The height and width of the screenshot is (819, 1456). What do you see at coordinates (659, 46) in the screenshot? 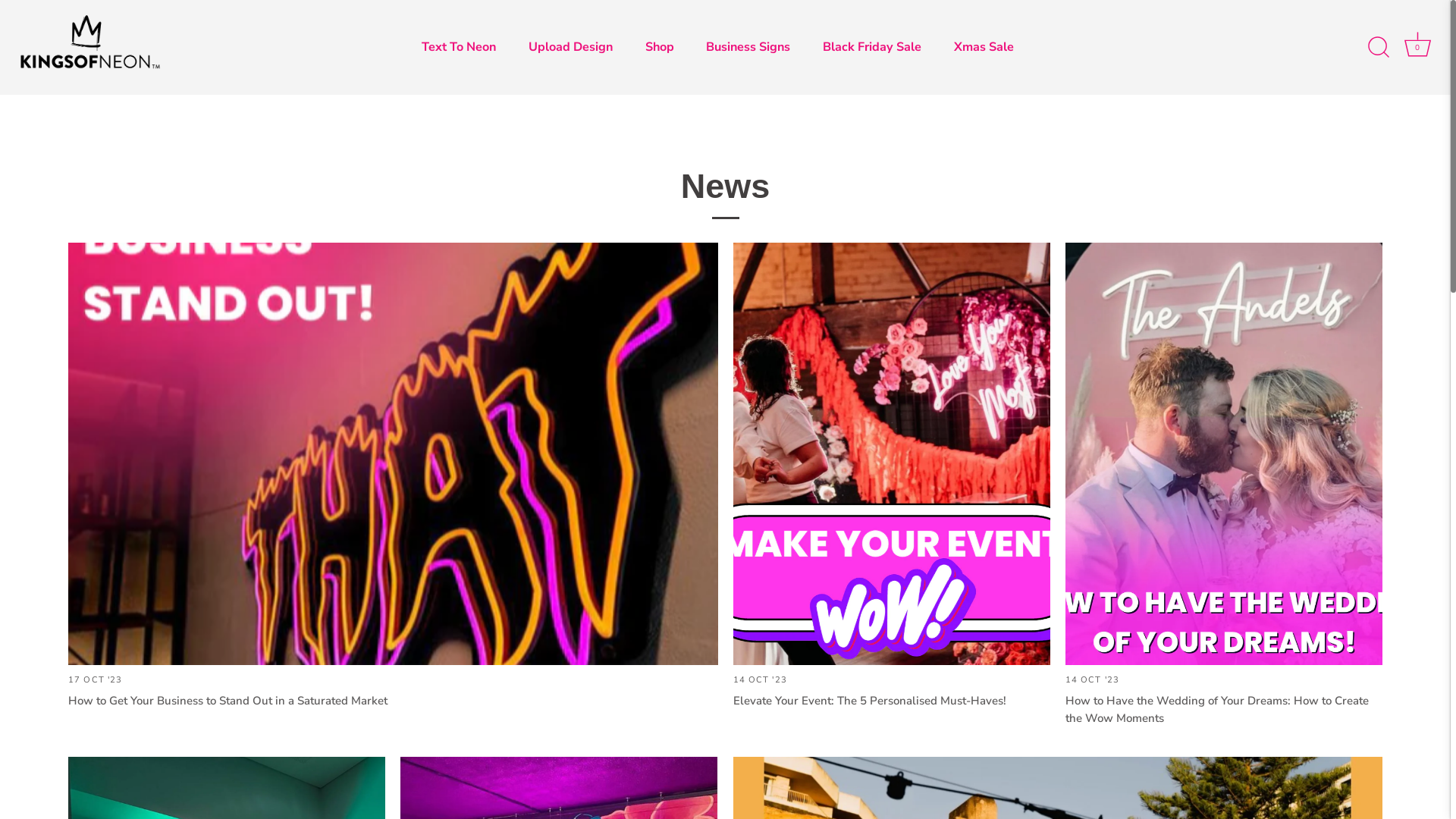
I see `'Shop'` at bounding box center [659, 46].